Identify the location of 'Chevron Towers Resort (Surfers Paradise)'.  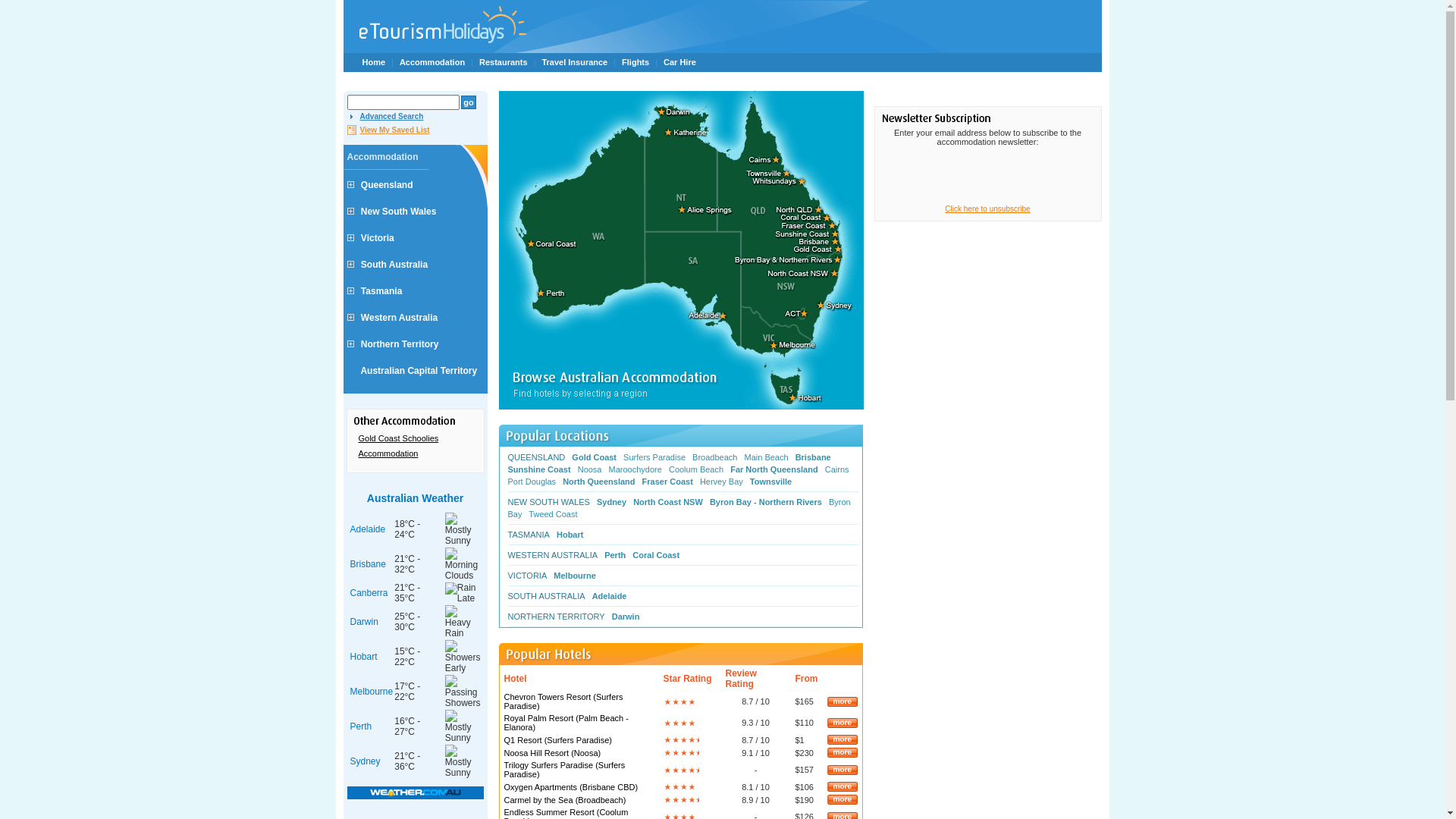
(503, 701).